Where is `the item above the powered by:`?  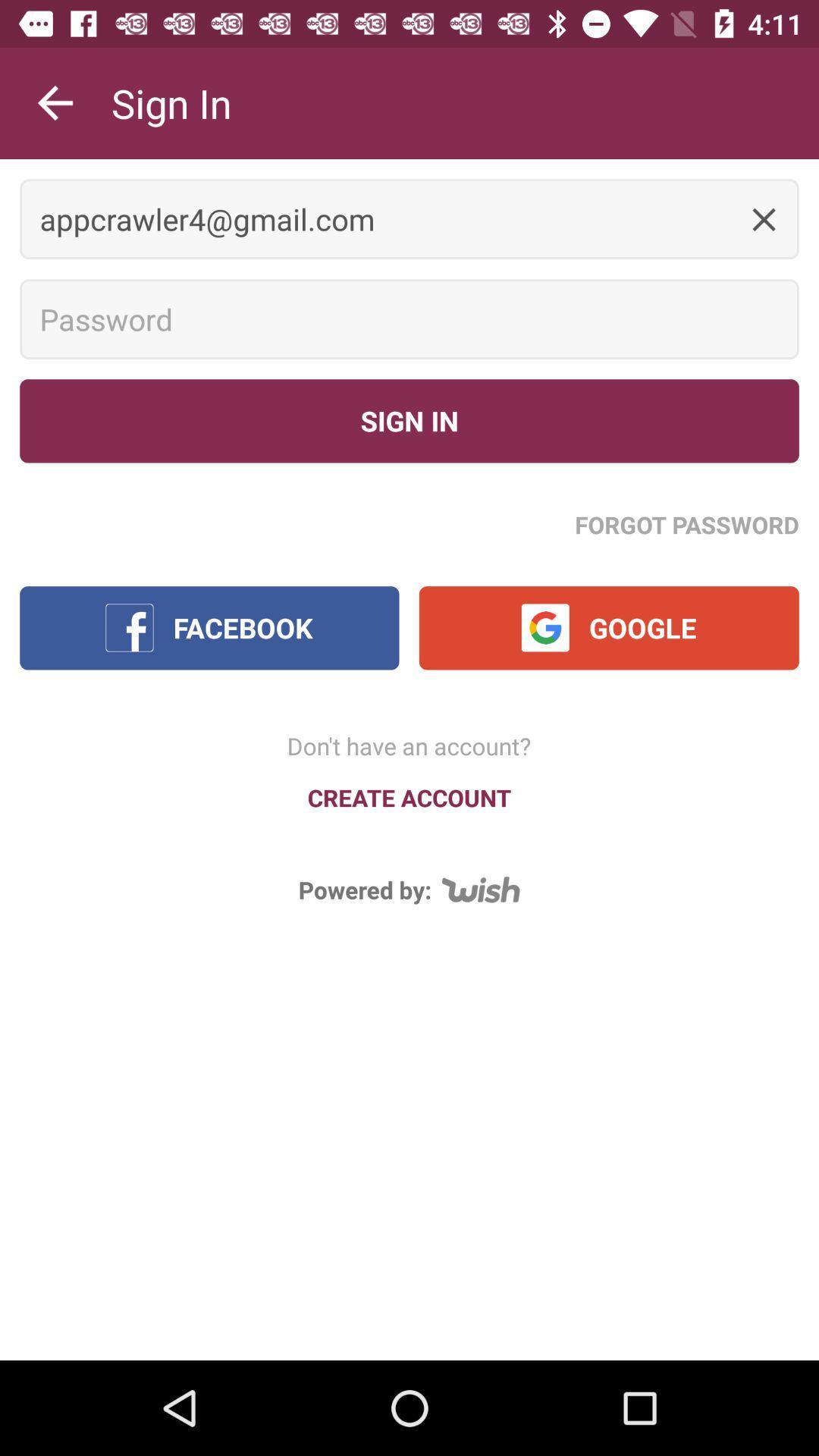 the item above the powered by: is located at coordinates (409, 797).